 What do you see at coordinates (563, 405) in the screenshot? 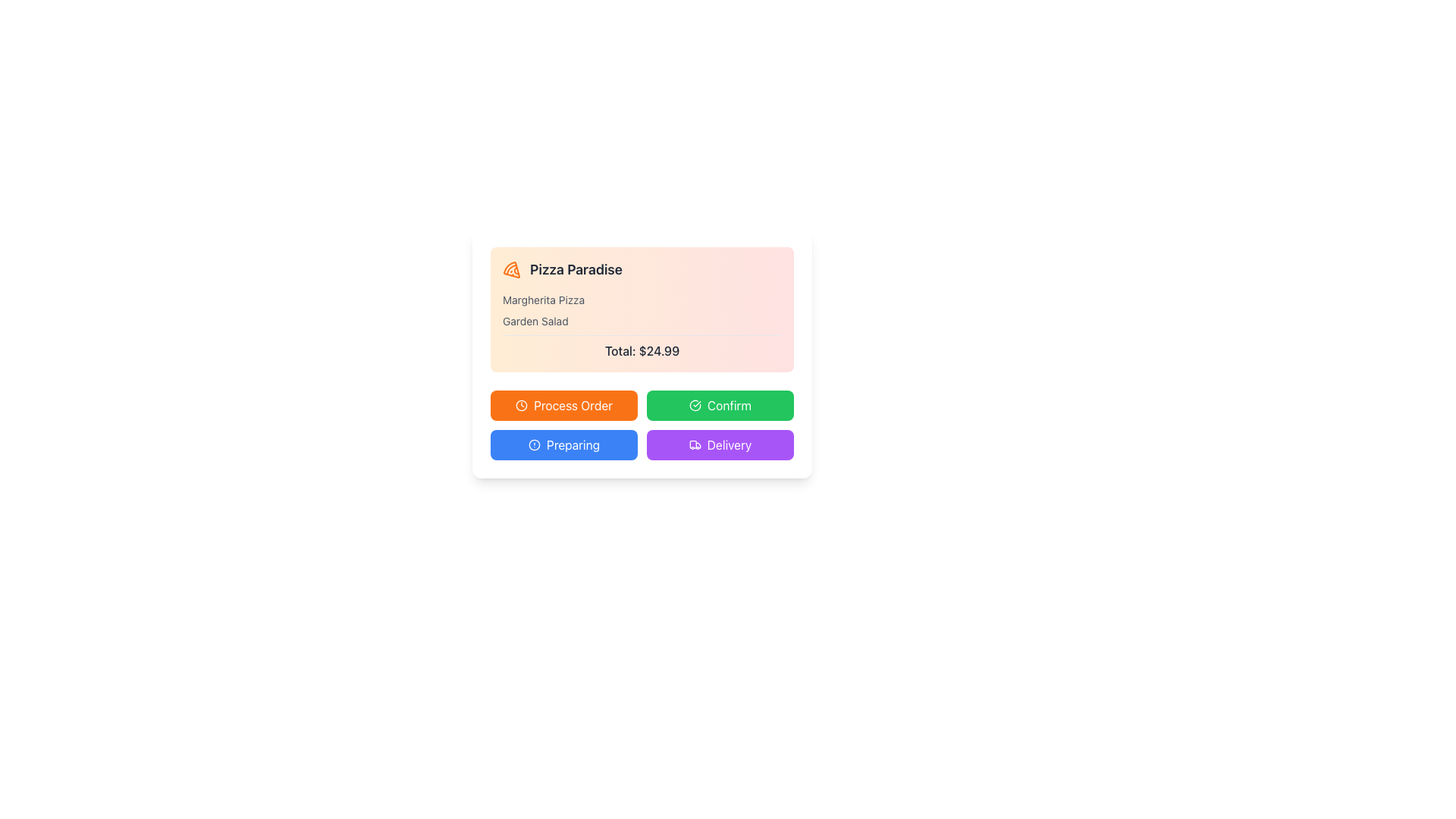
I see `the orange button labeled 'Process Order', which is styled with rounded corners and includes a white clock icon` at bounding box center [563, 405].